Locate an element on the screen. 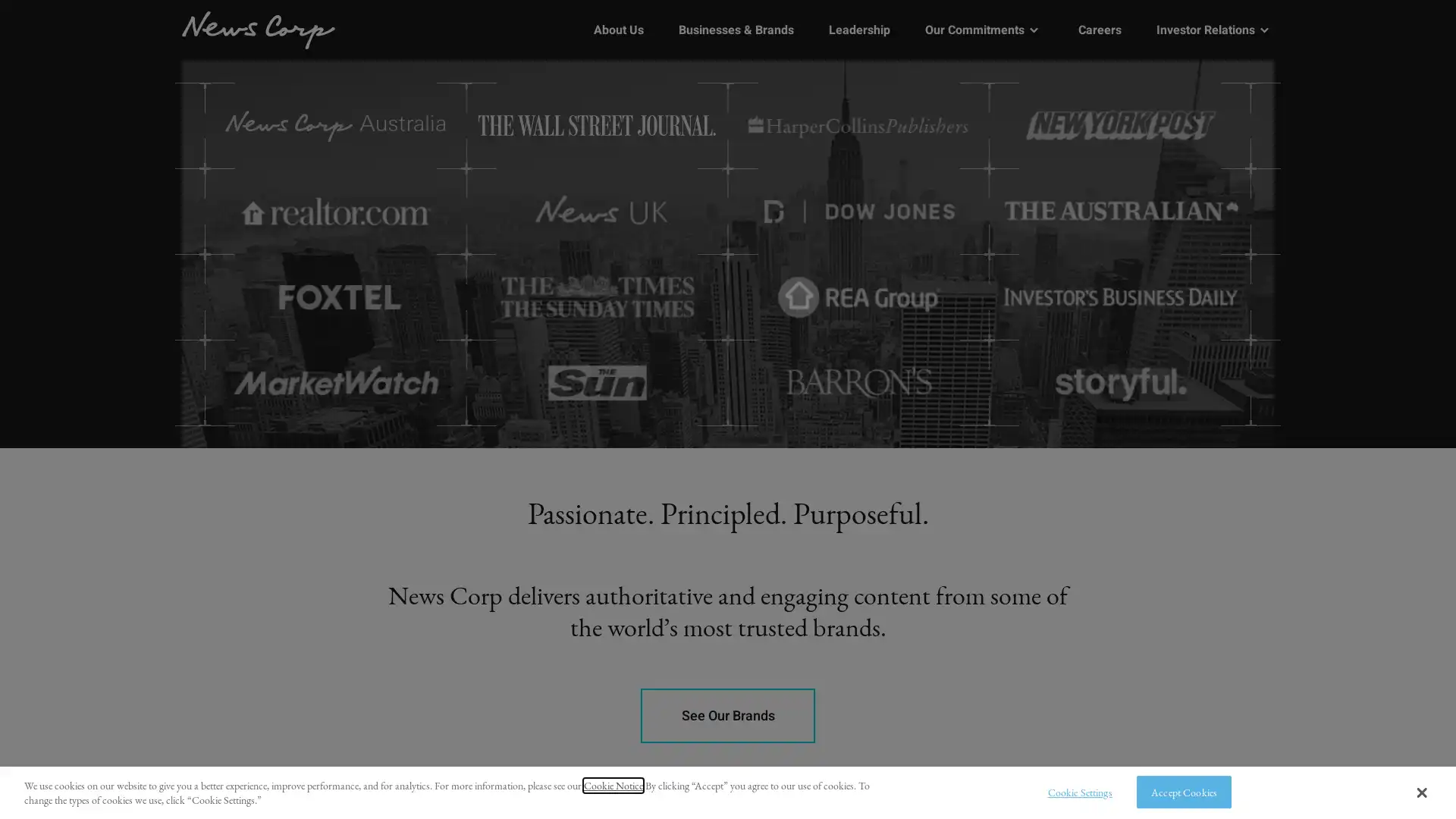 This screenshot has height=819, width=1456. Close Banner Button is located at coordinates (1420, 792).